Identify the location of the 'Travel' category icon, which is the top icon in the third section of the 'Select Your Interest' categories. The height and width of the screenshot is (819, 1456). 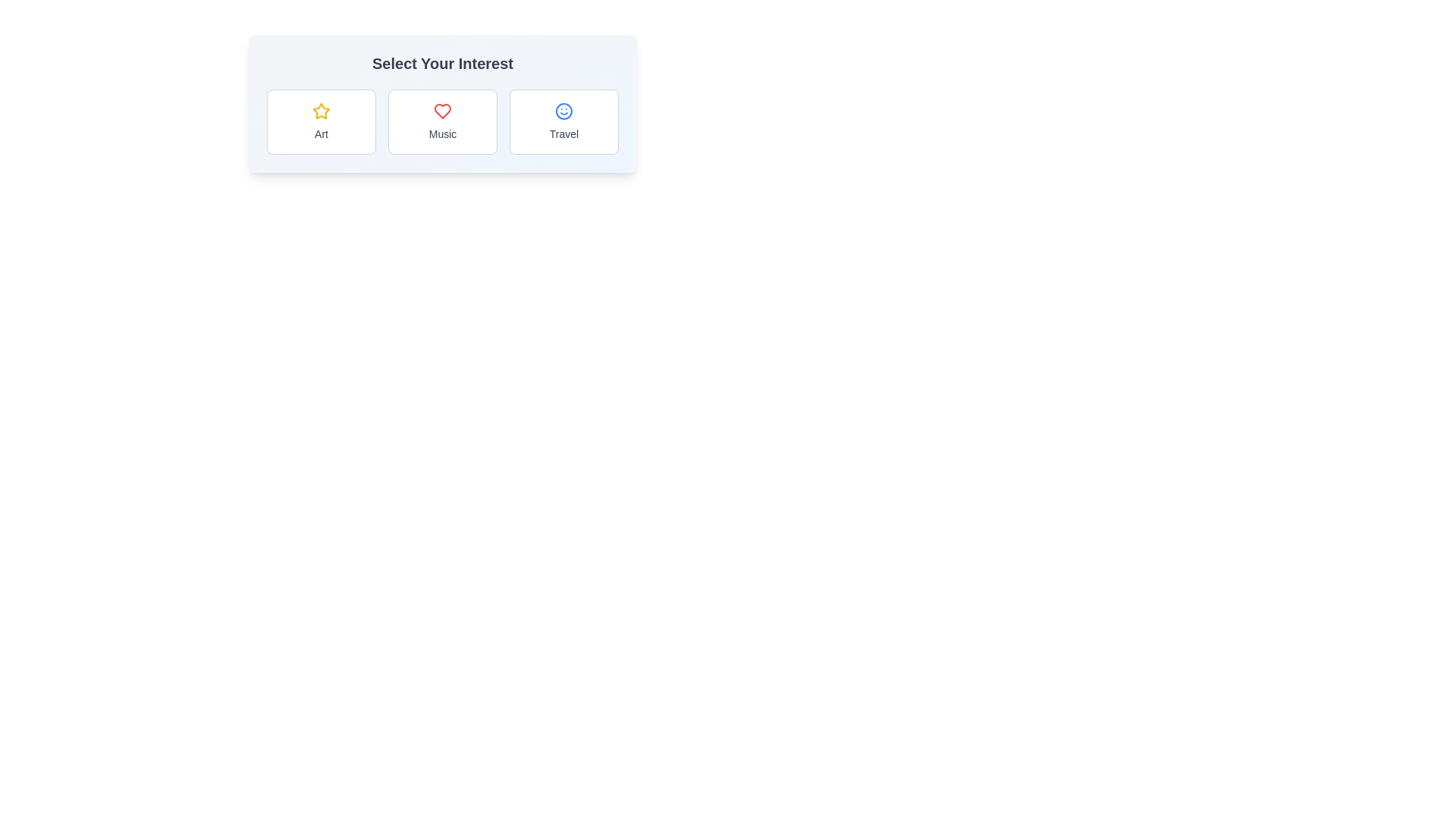
(563, 110).